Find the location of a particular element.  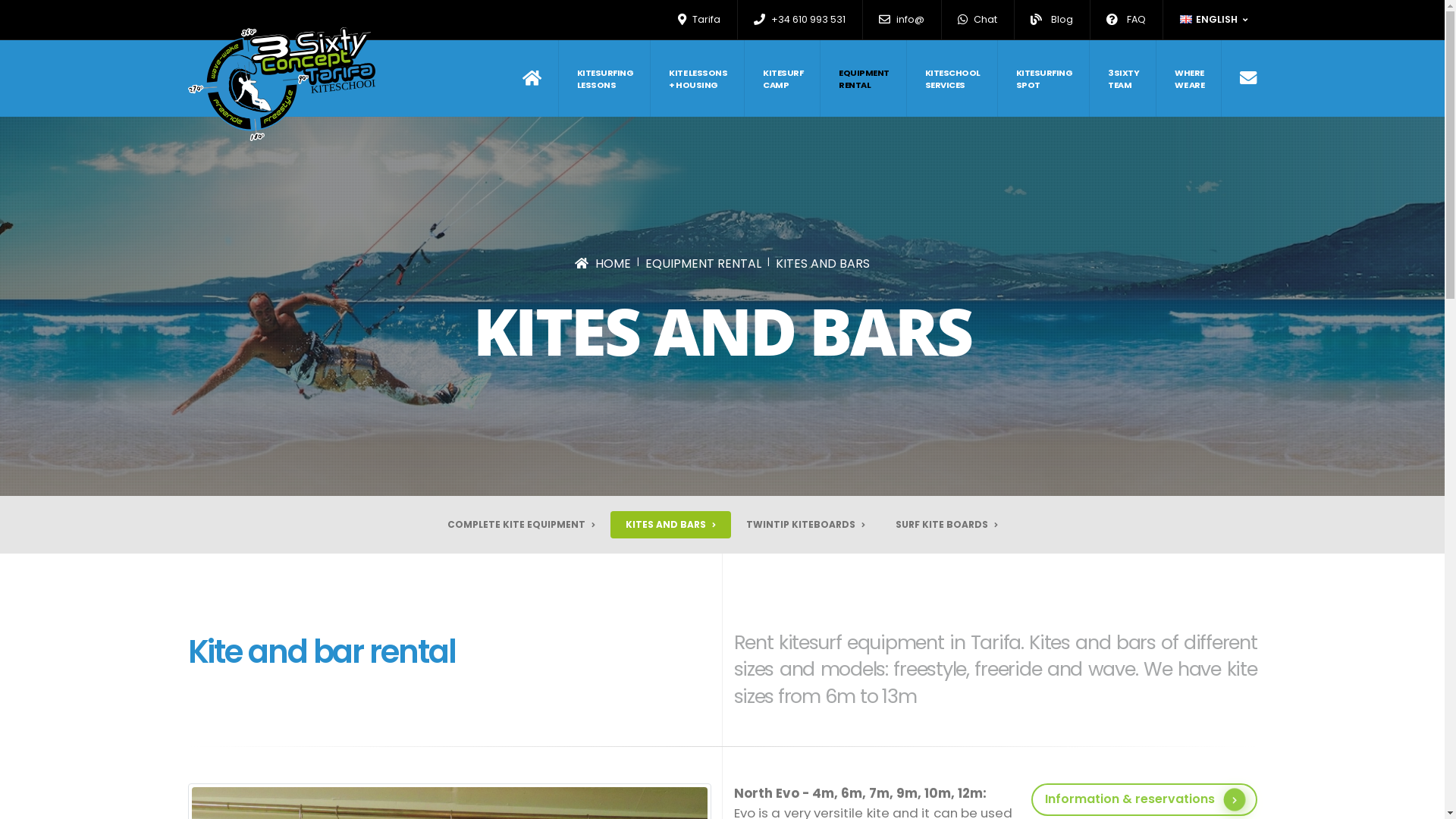

'3SIXTY TEAM' is located at coordinates (1090, 78).